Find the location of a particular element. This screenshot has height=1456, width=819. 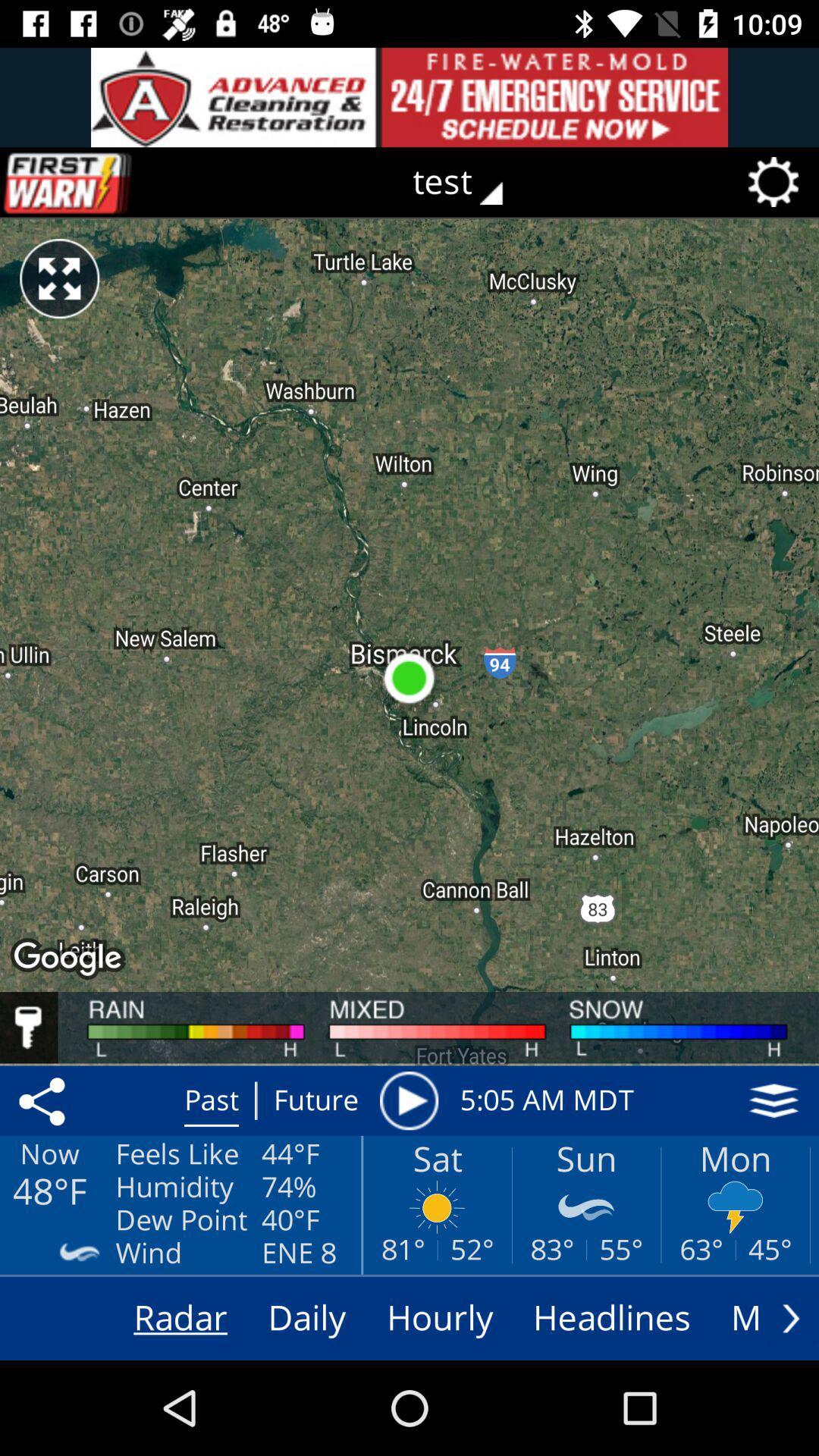

icon above the sat item is located at coordinates (408, 1100).